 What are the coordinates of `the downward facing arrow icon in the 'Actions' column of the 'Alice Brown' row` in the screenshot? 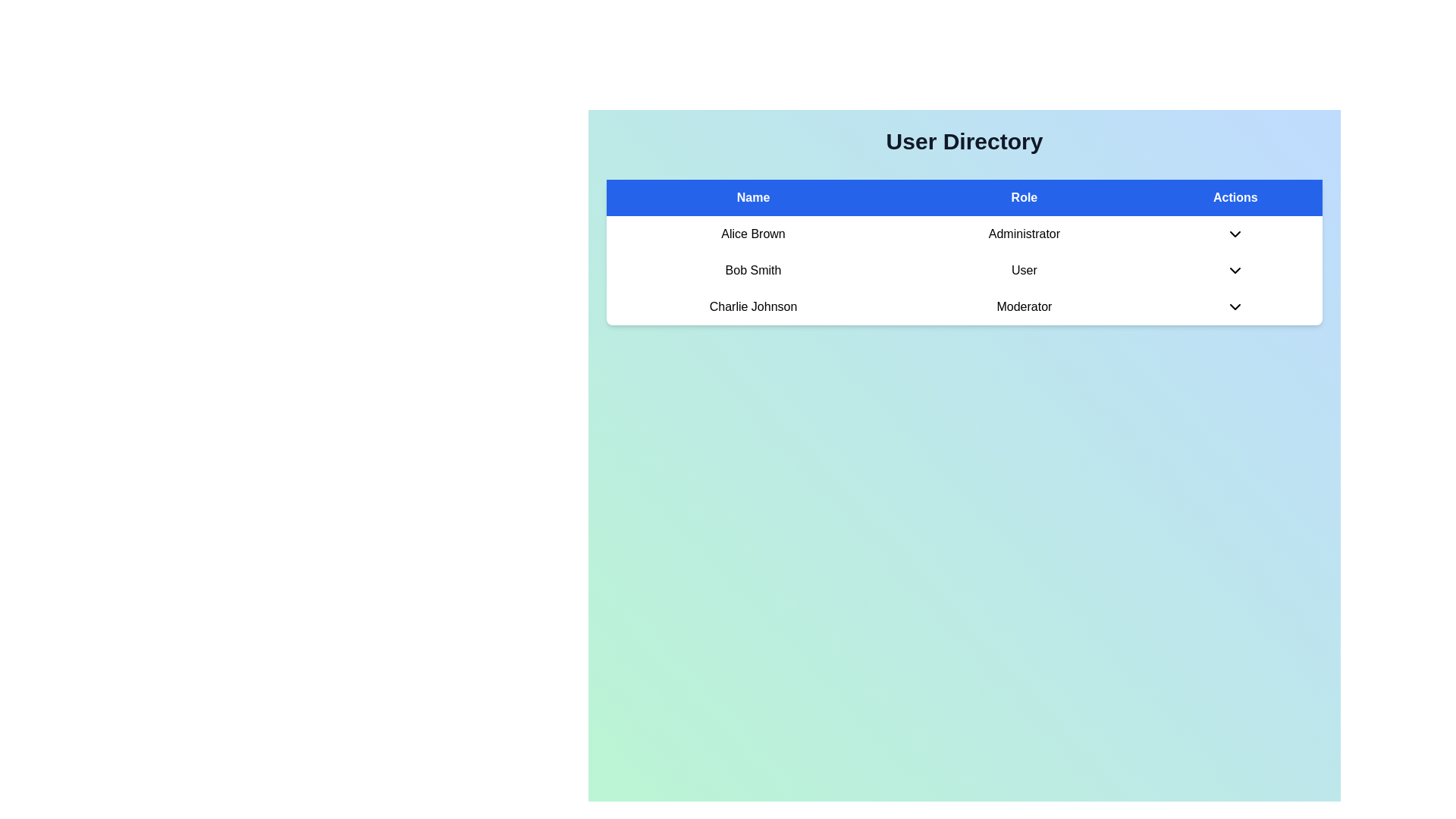 It's located at (1235, 234).